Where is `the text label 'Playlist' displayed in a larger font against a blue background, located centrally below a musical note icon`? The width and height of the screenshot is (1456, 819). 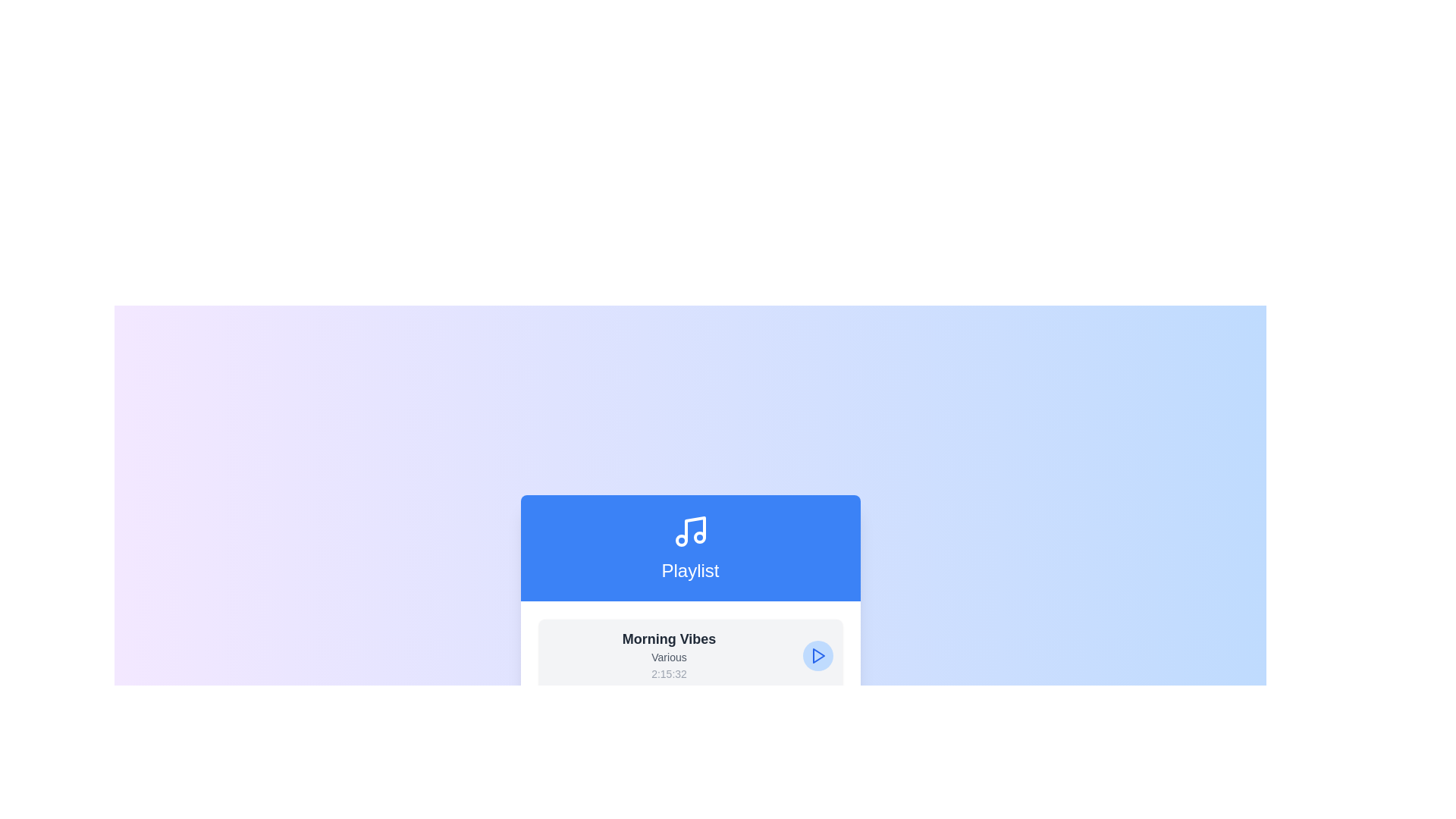
the text label 'Playlist' displayed in a larger font against a blue background, located centrally below a musical note icon is located at coordinates (689, 570).